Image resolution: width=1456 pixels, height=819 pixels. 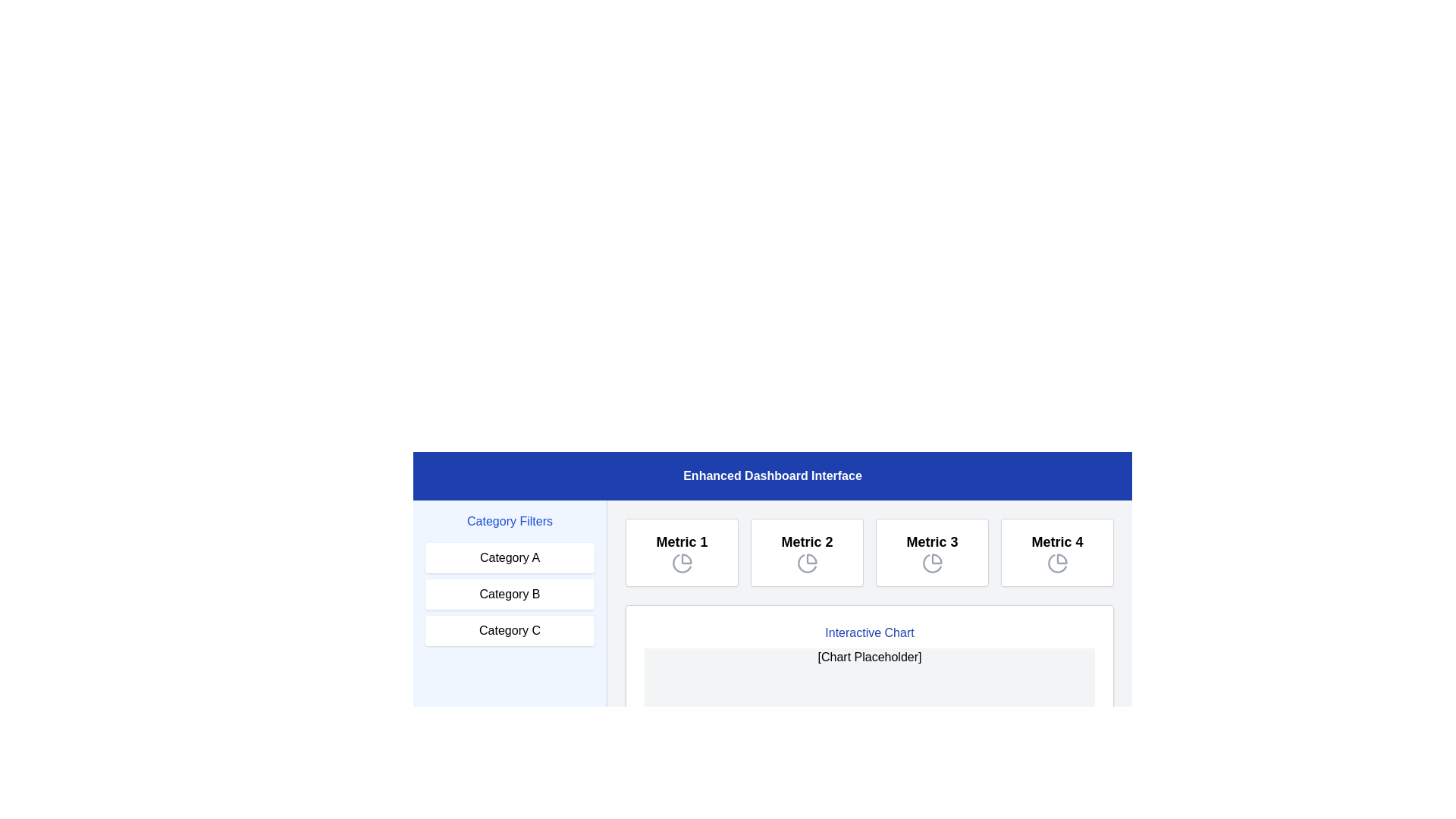 I want to click on the text label indicating the name of a metric in the fourth box of a horizontal list of metric boxes located on the rightmost side of the row, so click(x=1056, y=541).